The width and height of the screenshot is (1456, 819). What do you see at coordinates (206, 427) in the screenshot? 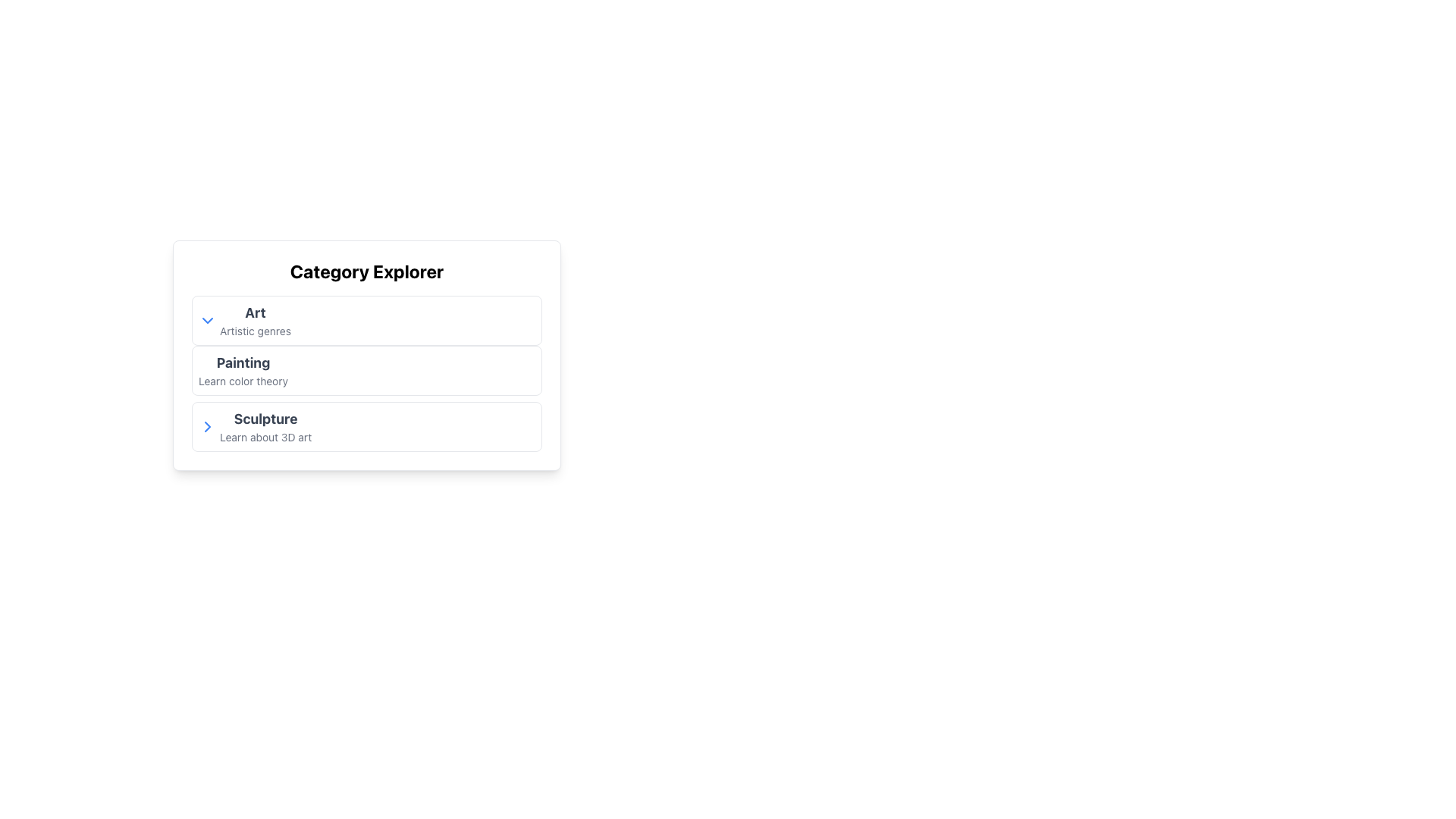
I see `the chevron-style arrow icon pointing to the right, which is blue and located in the 'Art' category under 'Category Explorer'` at bounding box center [206, 427].